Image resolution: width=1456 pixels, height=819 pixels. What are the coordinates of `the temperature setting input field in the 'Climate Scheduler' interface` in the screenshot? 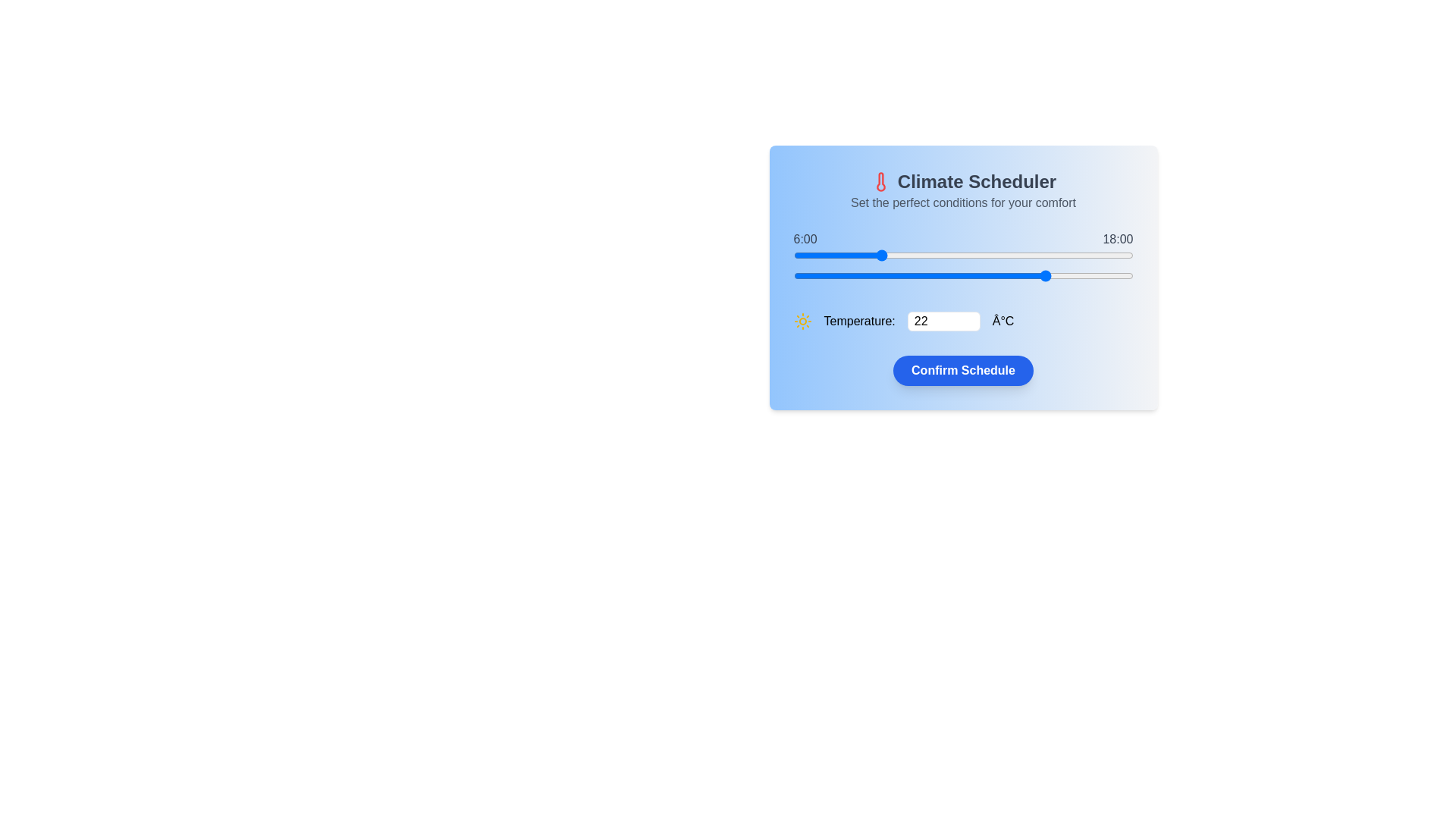 It's located at (962, 321).